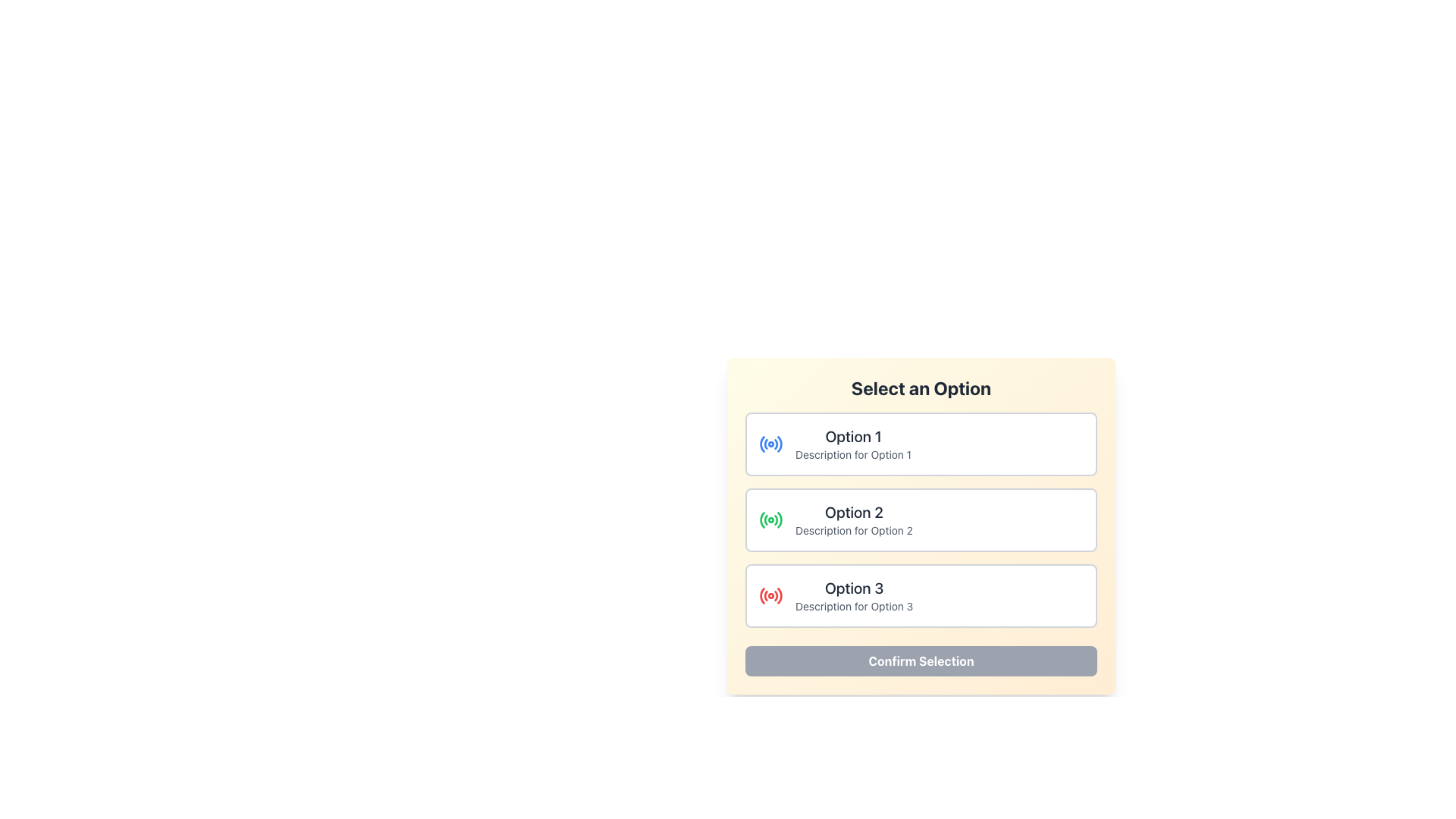  Describe the element at coordinates (853, 454) in the screenshot. I see `the text label that provides additional descriptive details about 'Option 1', located directly beneath it in the first selectable option card` at that location.